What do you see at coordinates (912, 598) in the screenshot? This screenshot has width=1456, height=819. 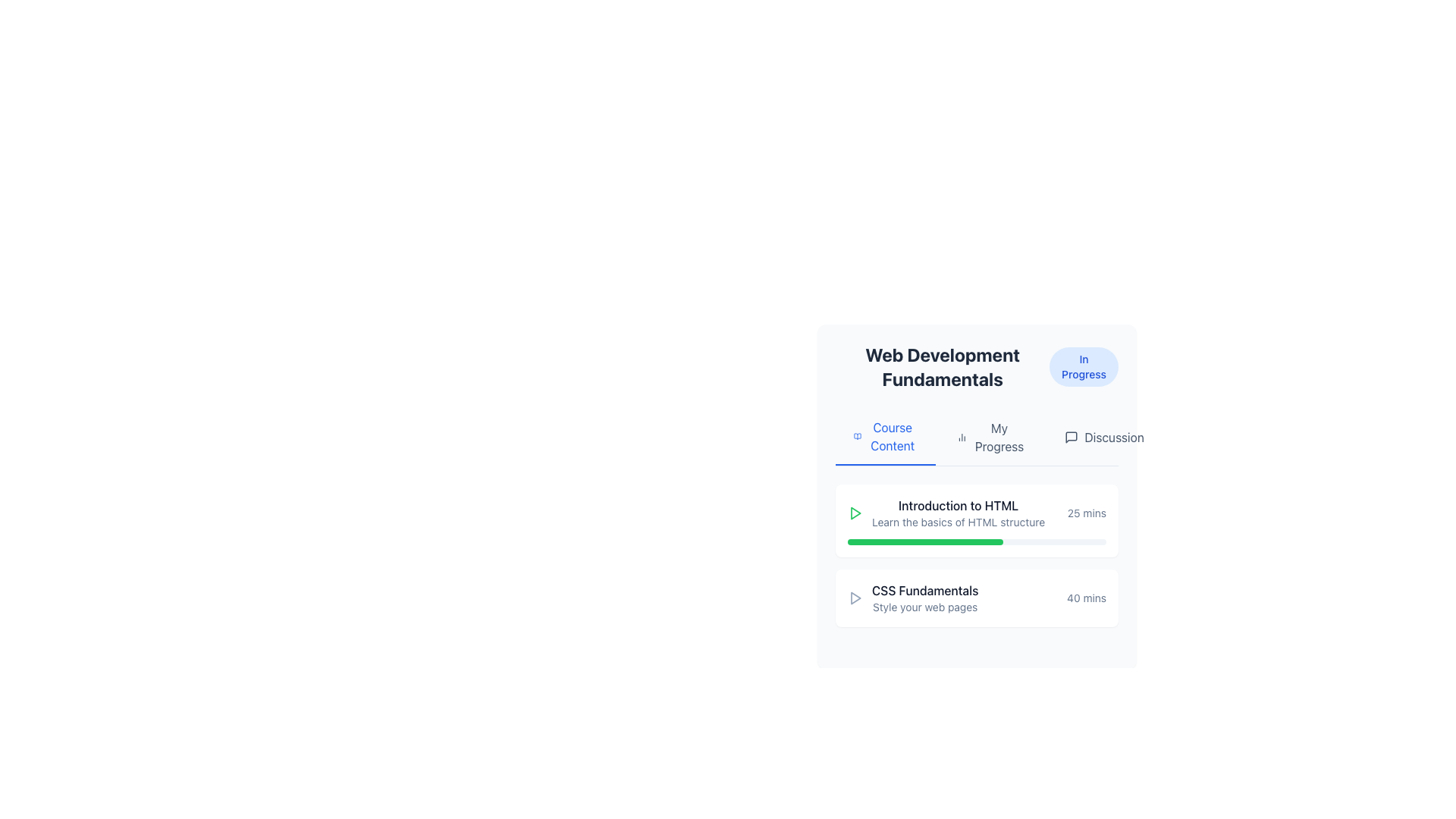 I see `the 'CSS Fundamentals' course module item, which features a bold title and a triangular play icon` at bounding box center [912, 598].